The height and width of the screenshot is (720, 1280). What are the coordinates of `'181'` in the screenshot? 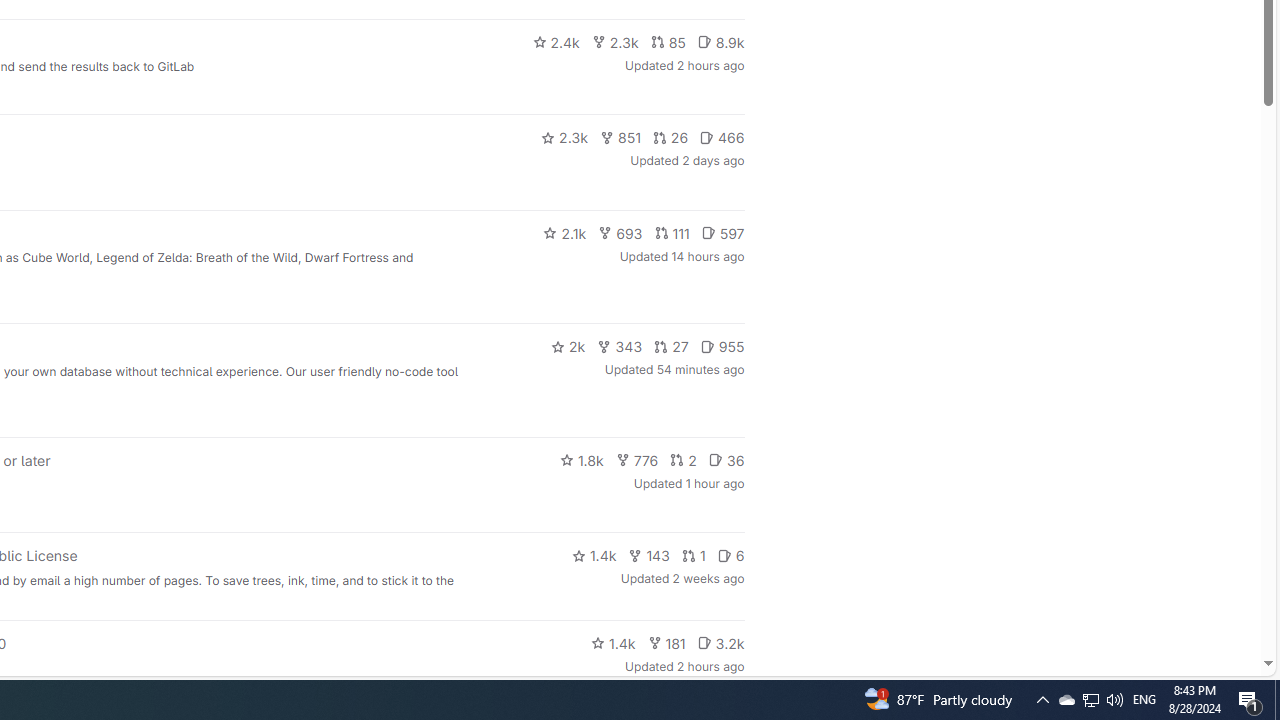 It's located at (666, 642).